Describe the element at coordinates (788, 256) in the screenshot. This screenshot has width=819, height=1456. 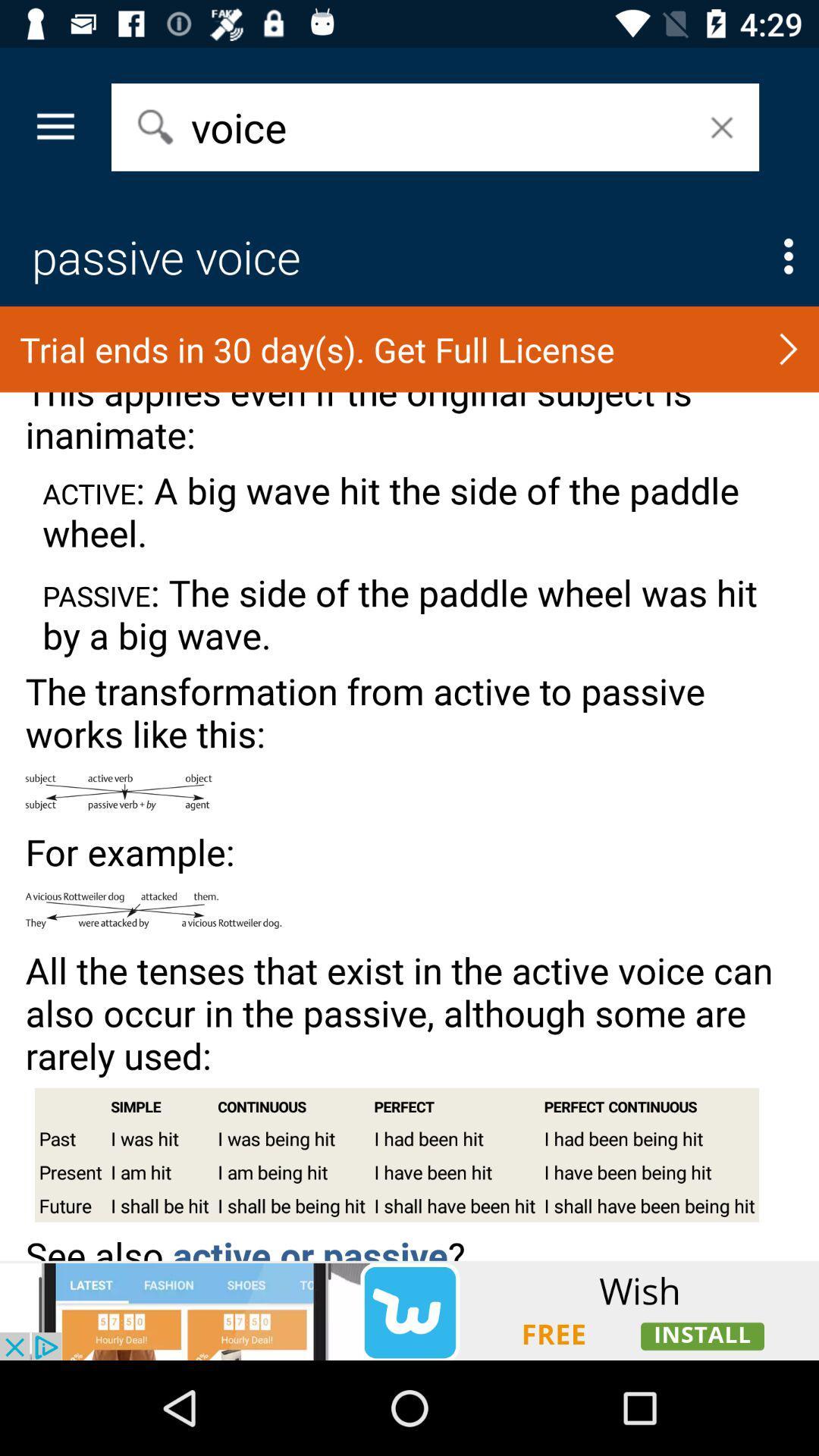
I see `settings` at that location.